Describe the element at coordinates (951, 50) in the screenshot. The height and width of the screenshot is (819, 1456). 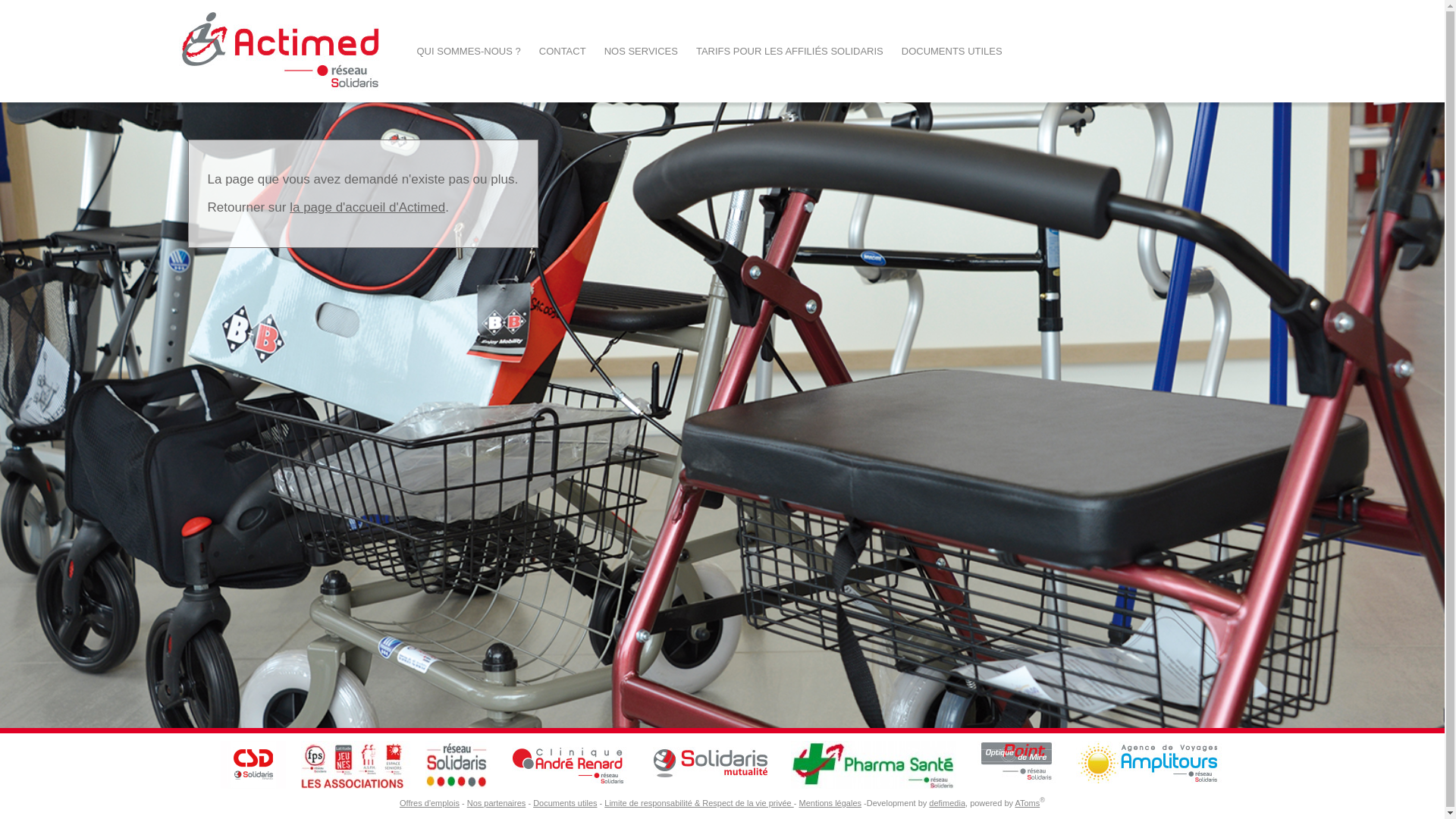
I see `'DOCUMENTS UTILES'` at that location.